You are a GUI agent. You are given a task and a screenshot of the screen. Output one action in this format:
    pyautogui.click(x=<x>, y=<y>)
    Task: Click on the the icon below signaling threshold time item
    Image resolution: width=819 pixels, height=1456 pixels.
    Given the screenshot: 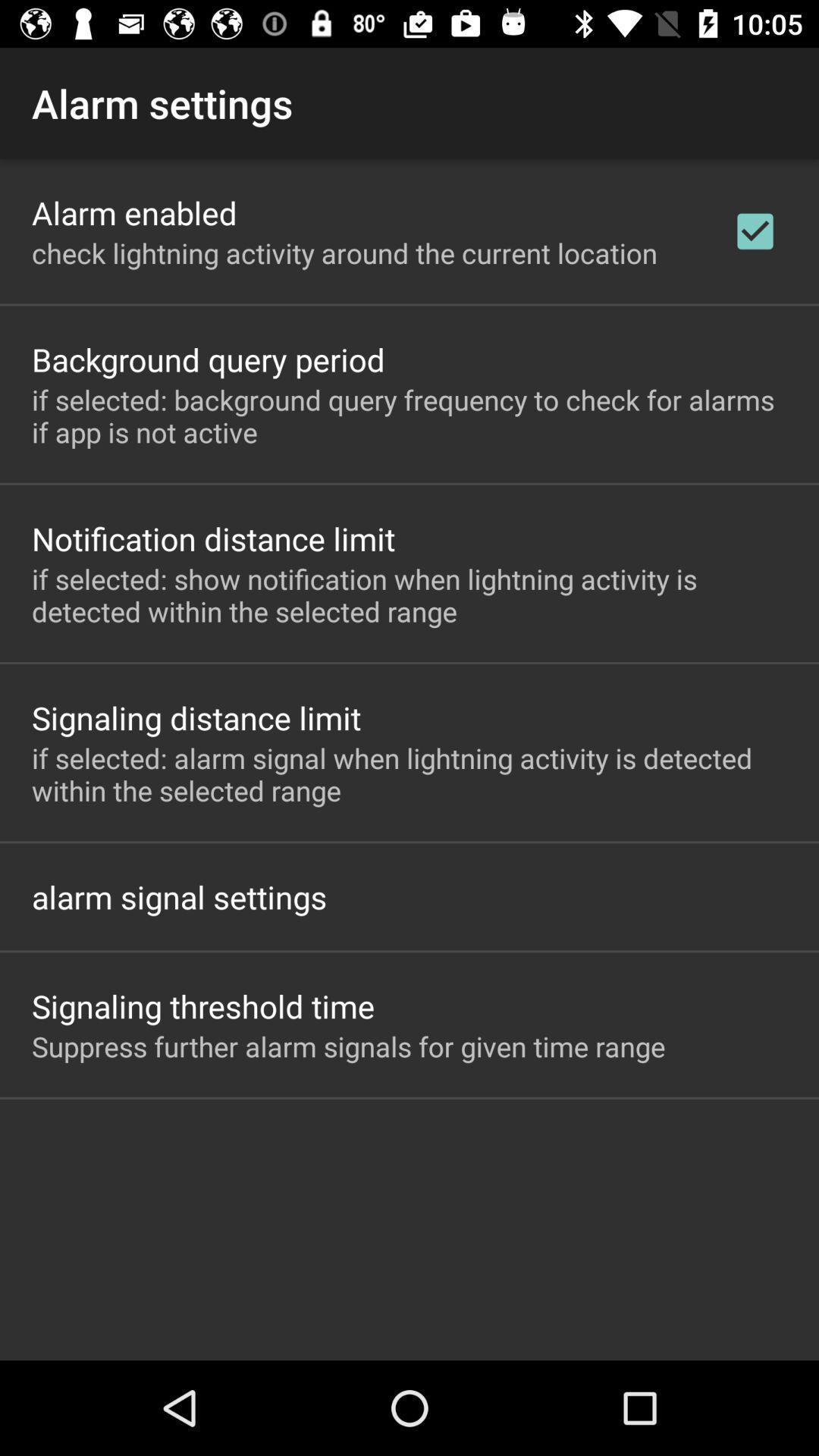 What is the action you would take?
    pyautogui.click(x=348, y=1046)
    